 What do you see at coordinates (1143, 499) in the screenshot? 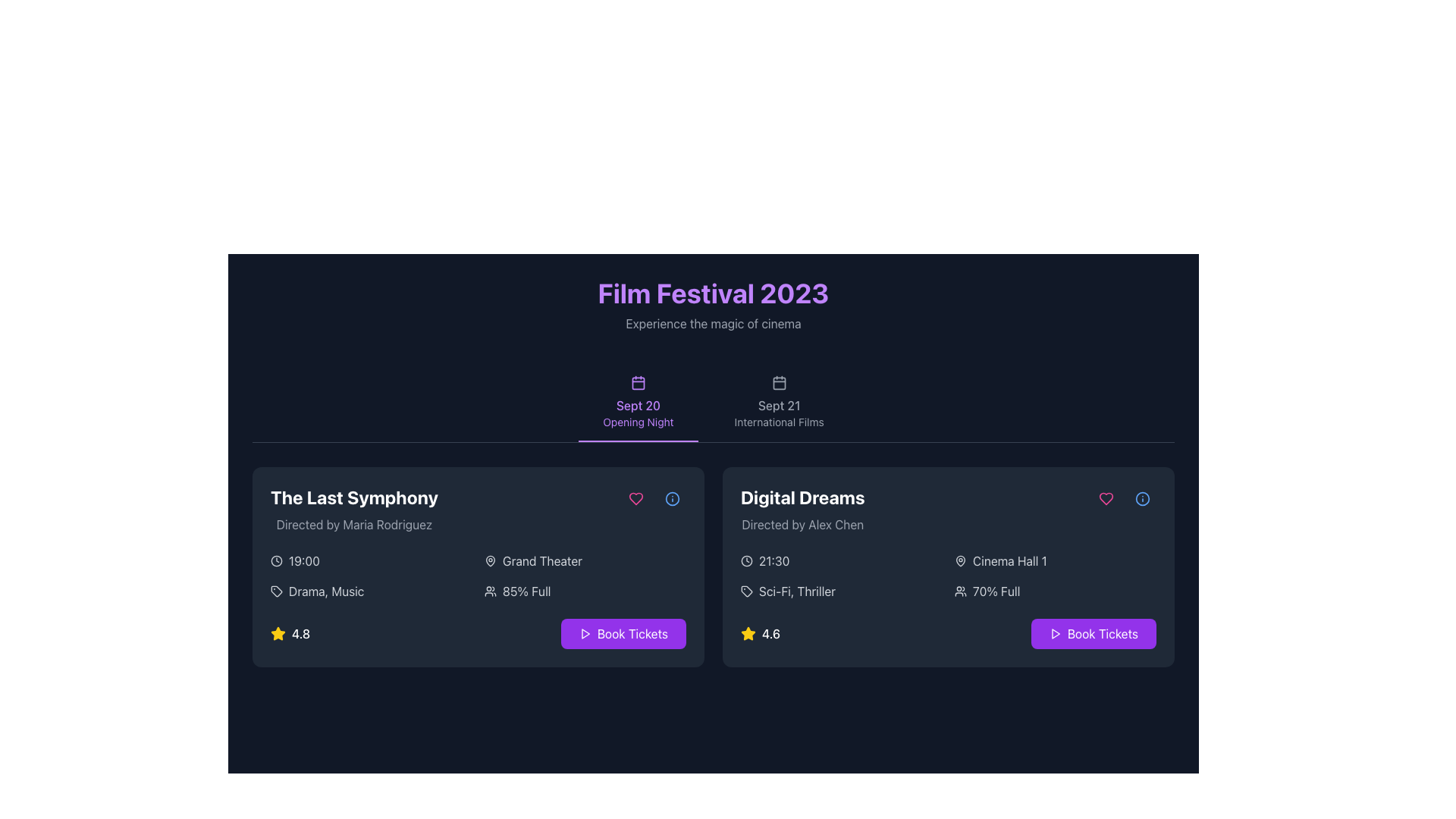
I see `the circular 'info' icon button with a blue border` at bounding box center [1143, 499].